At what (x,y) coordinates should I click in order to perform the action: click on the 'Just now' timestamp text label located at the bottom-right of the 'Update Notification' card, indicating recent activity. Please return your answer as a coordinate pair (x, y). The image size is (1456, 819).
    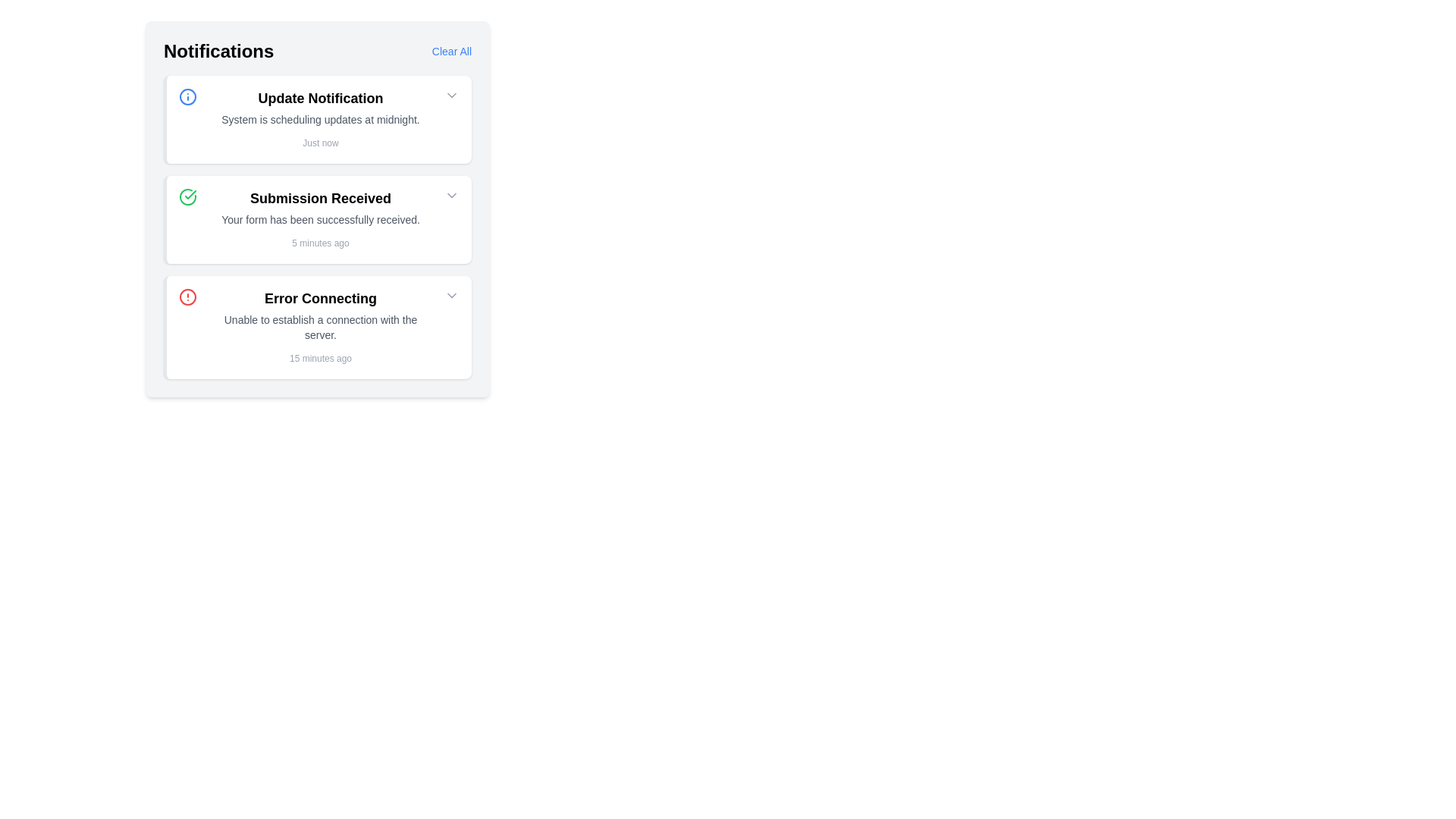
    Looking at the image, I should click on (319, 143).